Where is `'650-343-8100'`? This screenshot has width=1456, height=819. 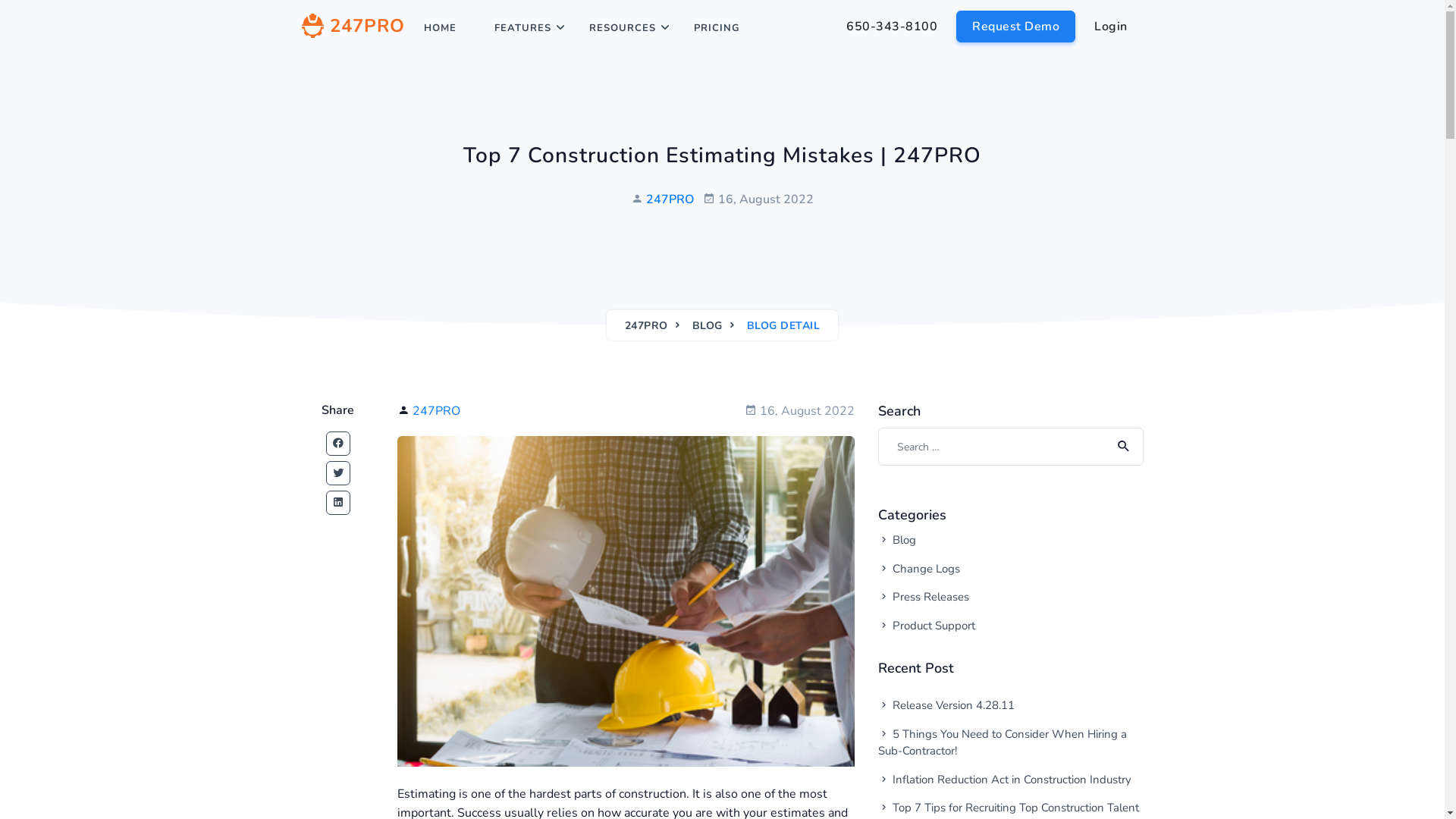
'650-343-8100' is located at coordinates (829, 26).